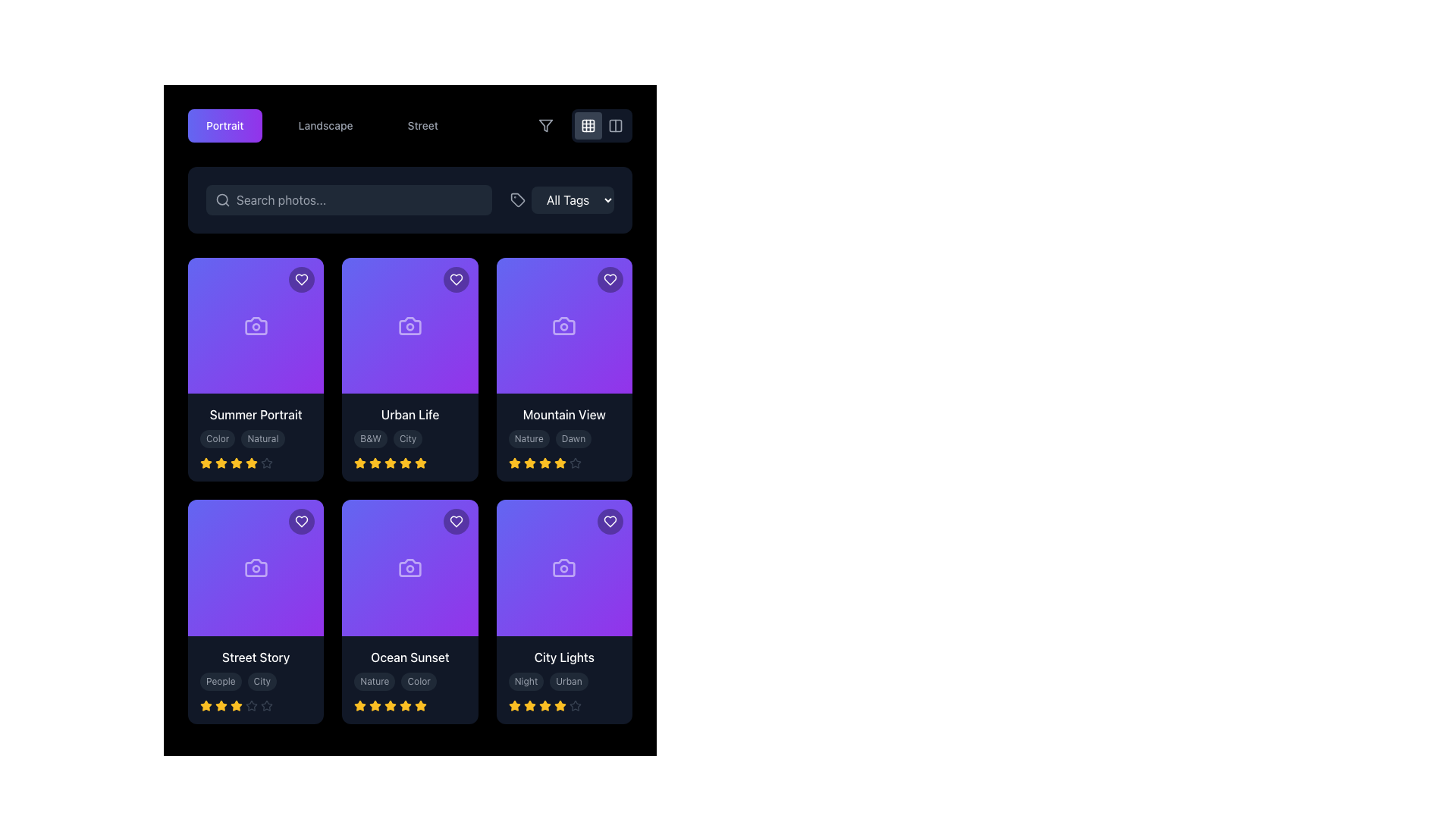  Describe the element at coordinates (574, 463) in the screenshot. I see `the current rating status by interacting with the fifth star icon located under the 'Mountain View' card in the 5-star rating system` at that location.